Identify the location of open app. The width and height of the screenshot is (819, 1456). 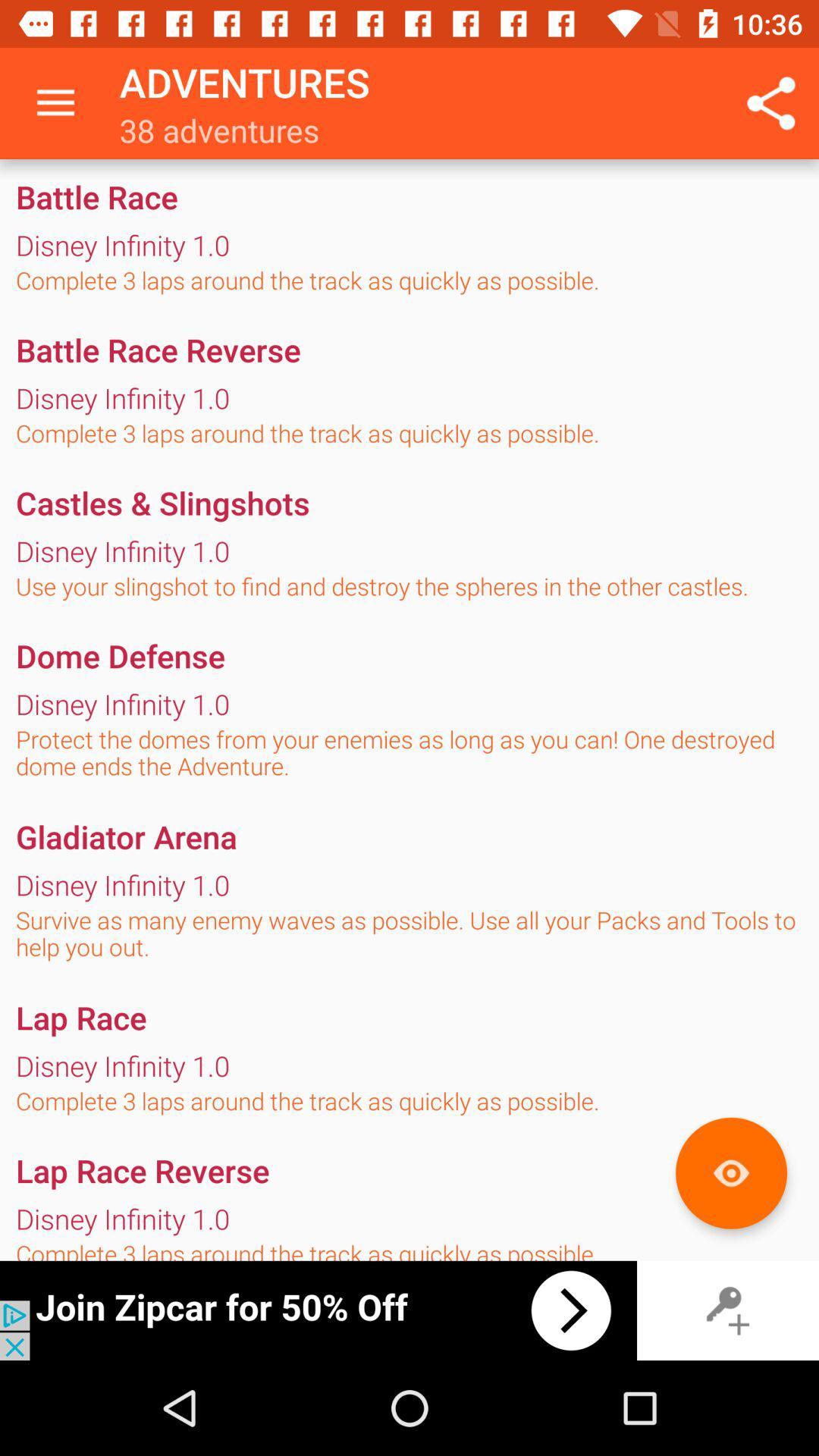
(318, 1310).